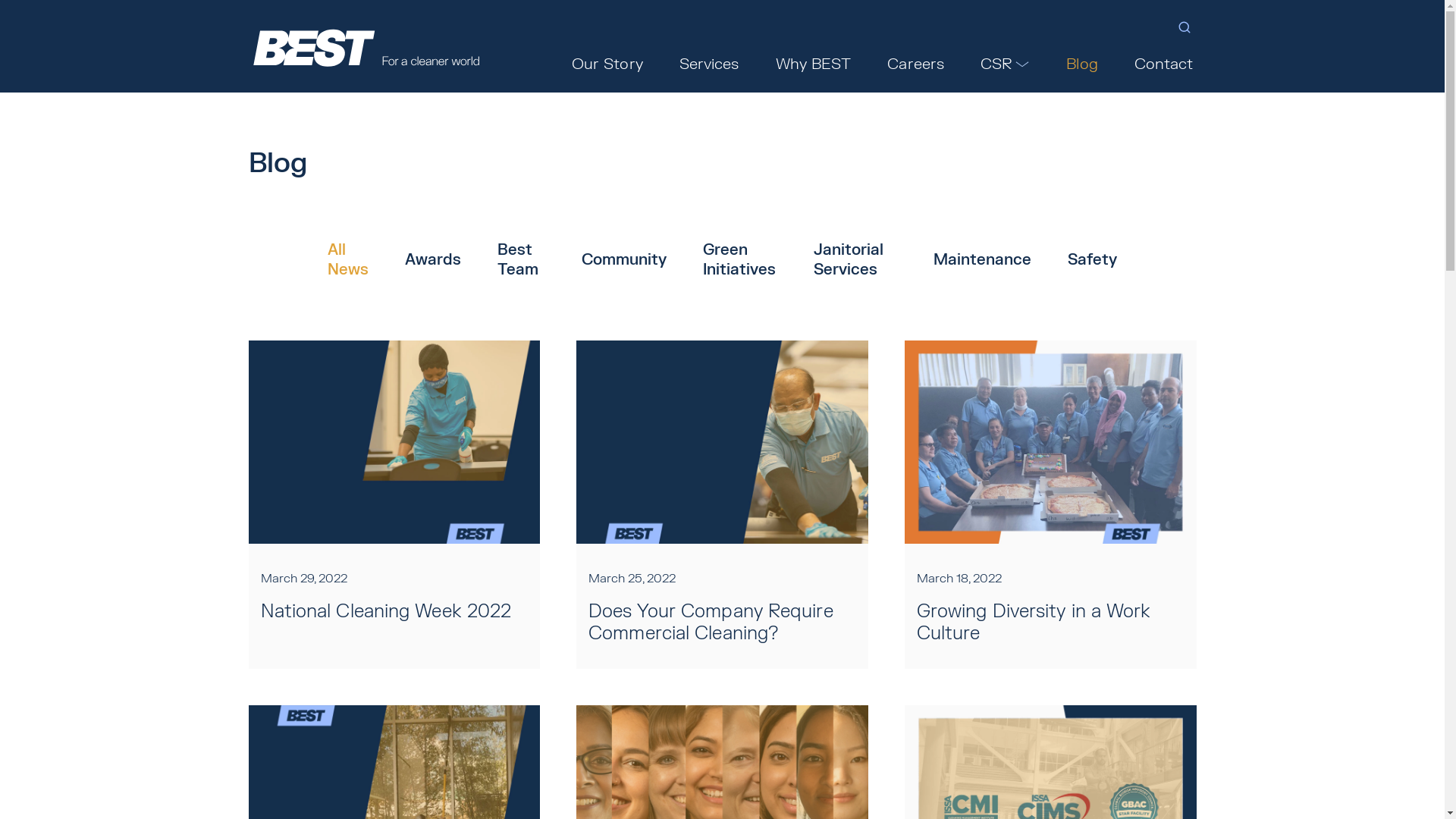  I want to click on 'March 18, 2022, so click(1050, 504).